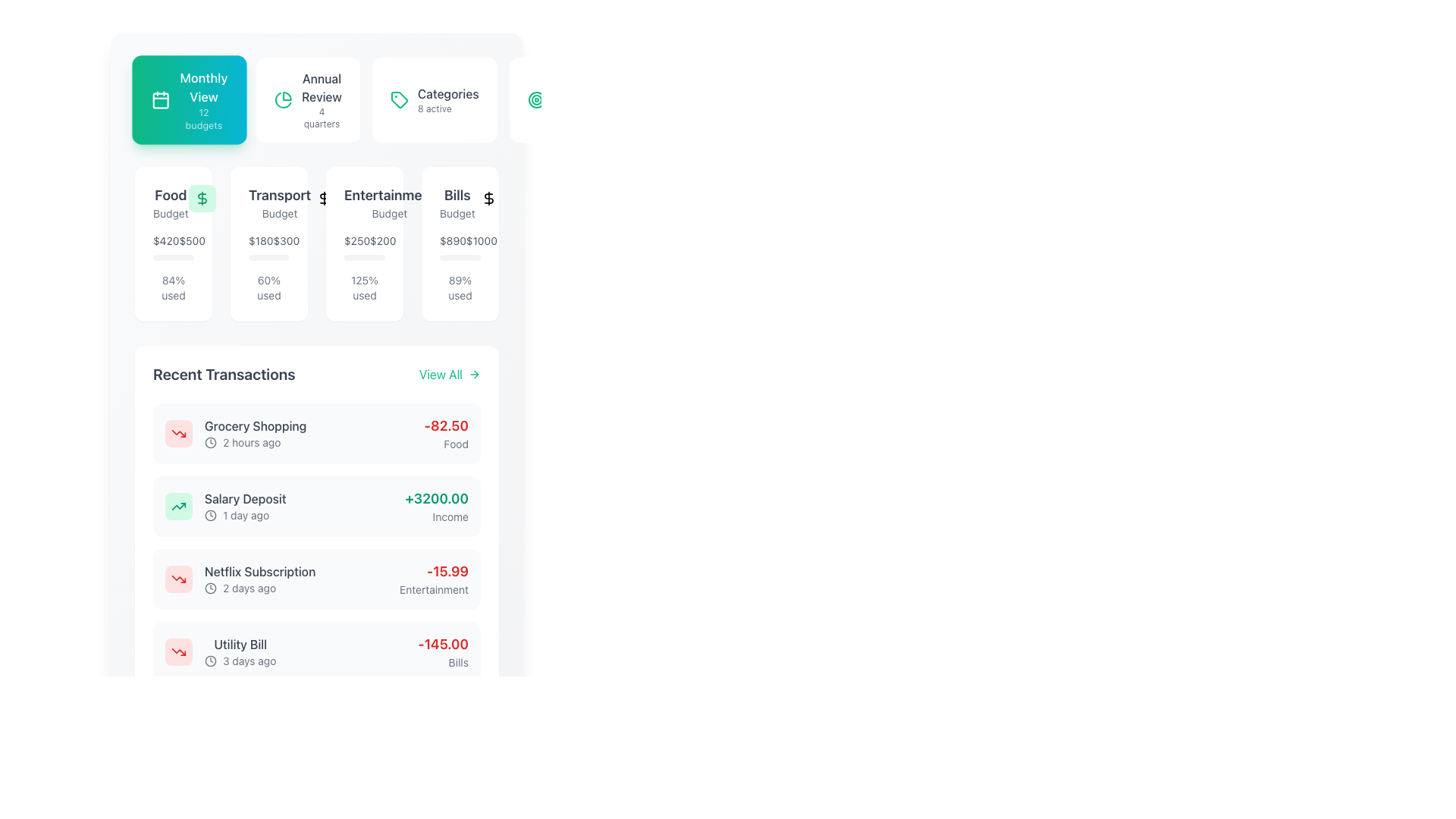  I want to click on the SVG Circle Element that forms the outer boundary of the clock icon located slightly below the middle of the visible panel in the 'Recent Transactions' section, to the left of the 'Salary Deposit' transaction entry, so click(210, 442).